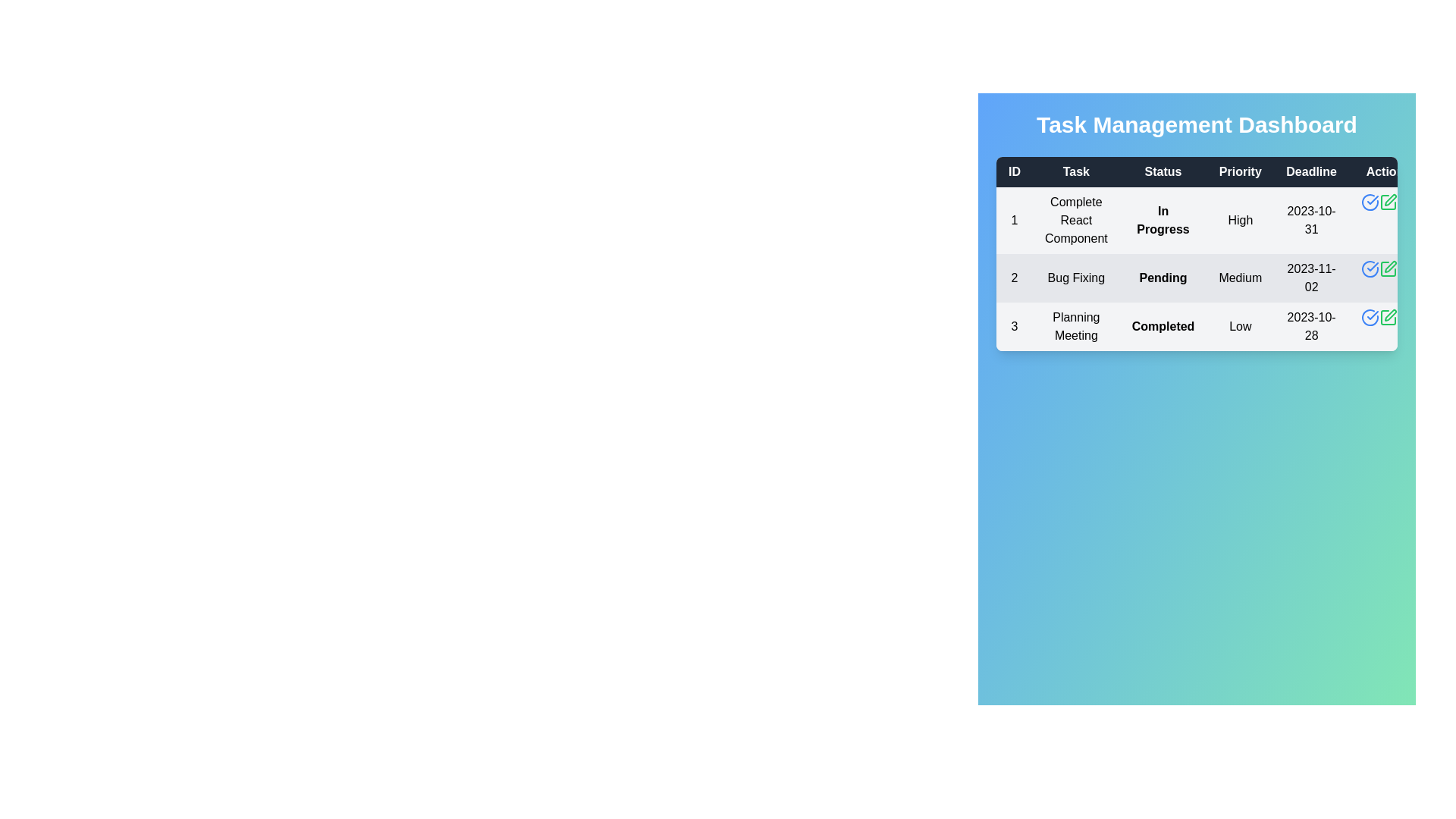 The height and width of the screenshot is (819, 1456). What do you see at coordinates (1370, 201) in the screenshot?
I see `the 'view details' icon for task 1` at bounding box center [1370, 201].